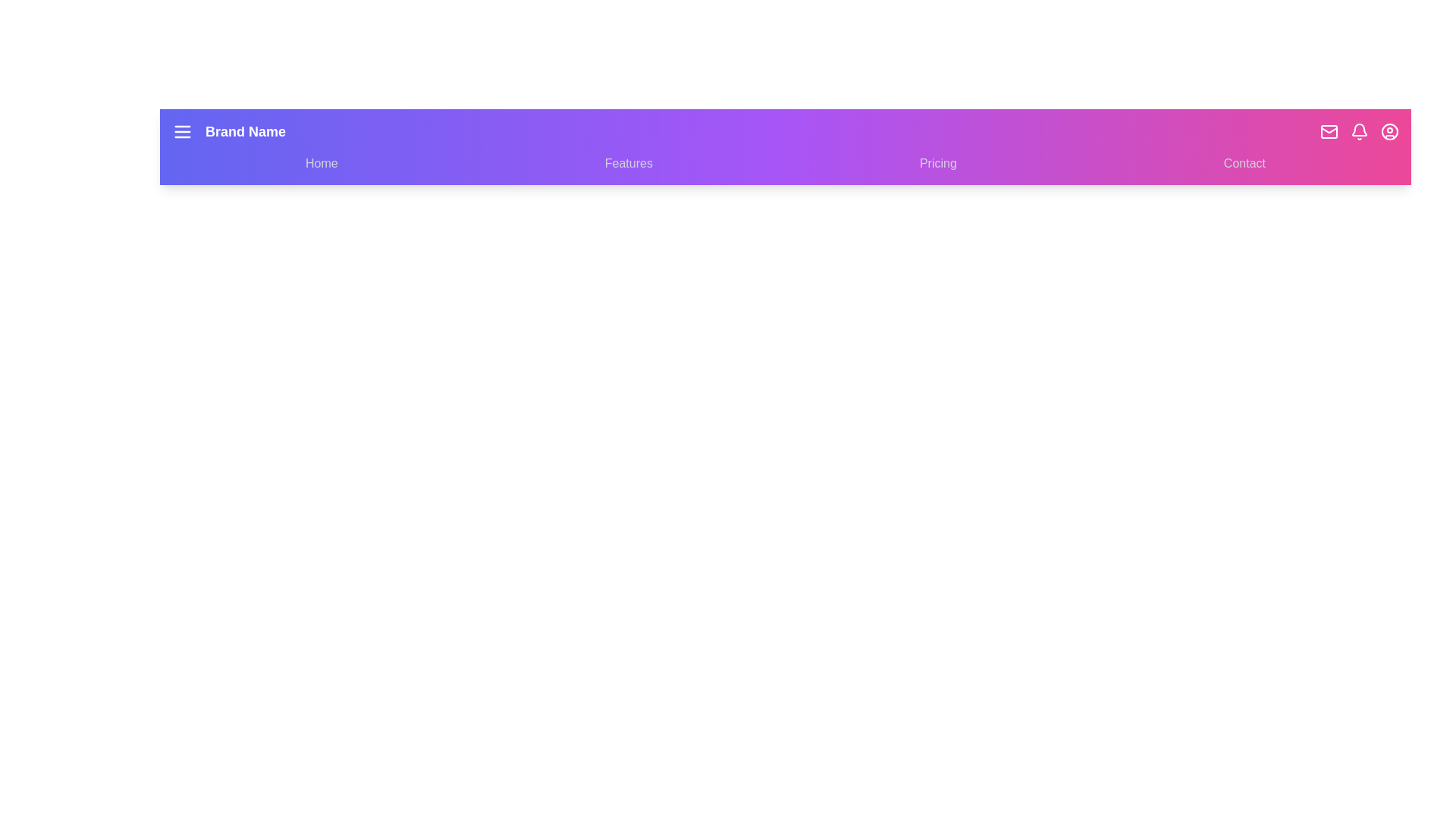 This screenshot has width=1456, height=819. What do you see at coordinates (937, 164) in the screenshot?
I see `the navigation link labeled Pricing` at bounding box center [937, 164].